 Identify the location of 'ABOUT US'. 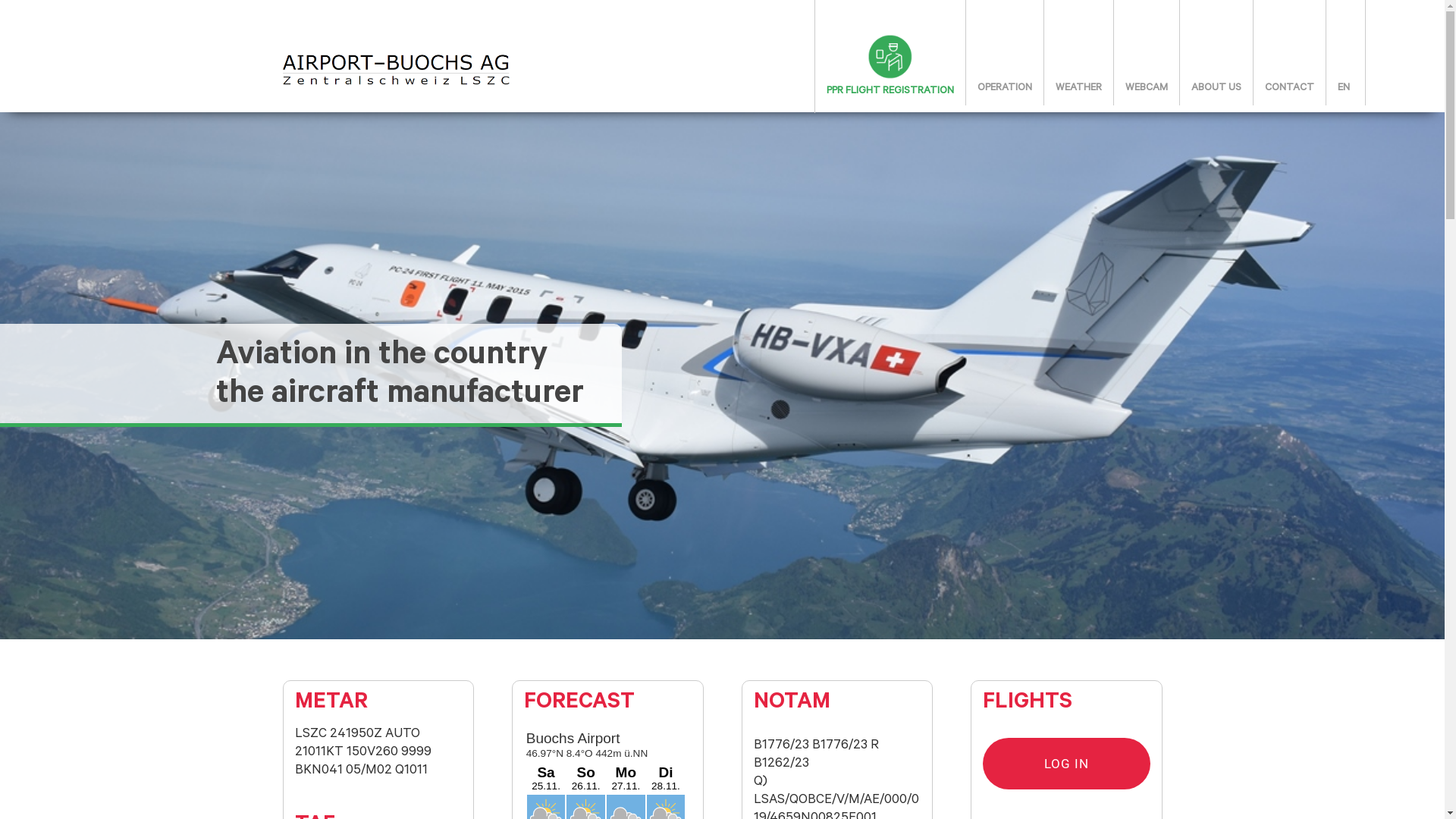
(1216, 88).